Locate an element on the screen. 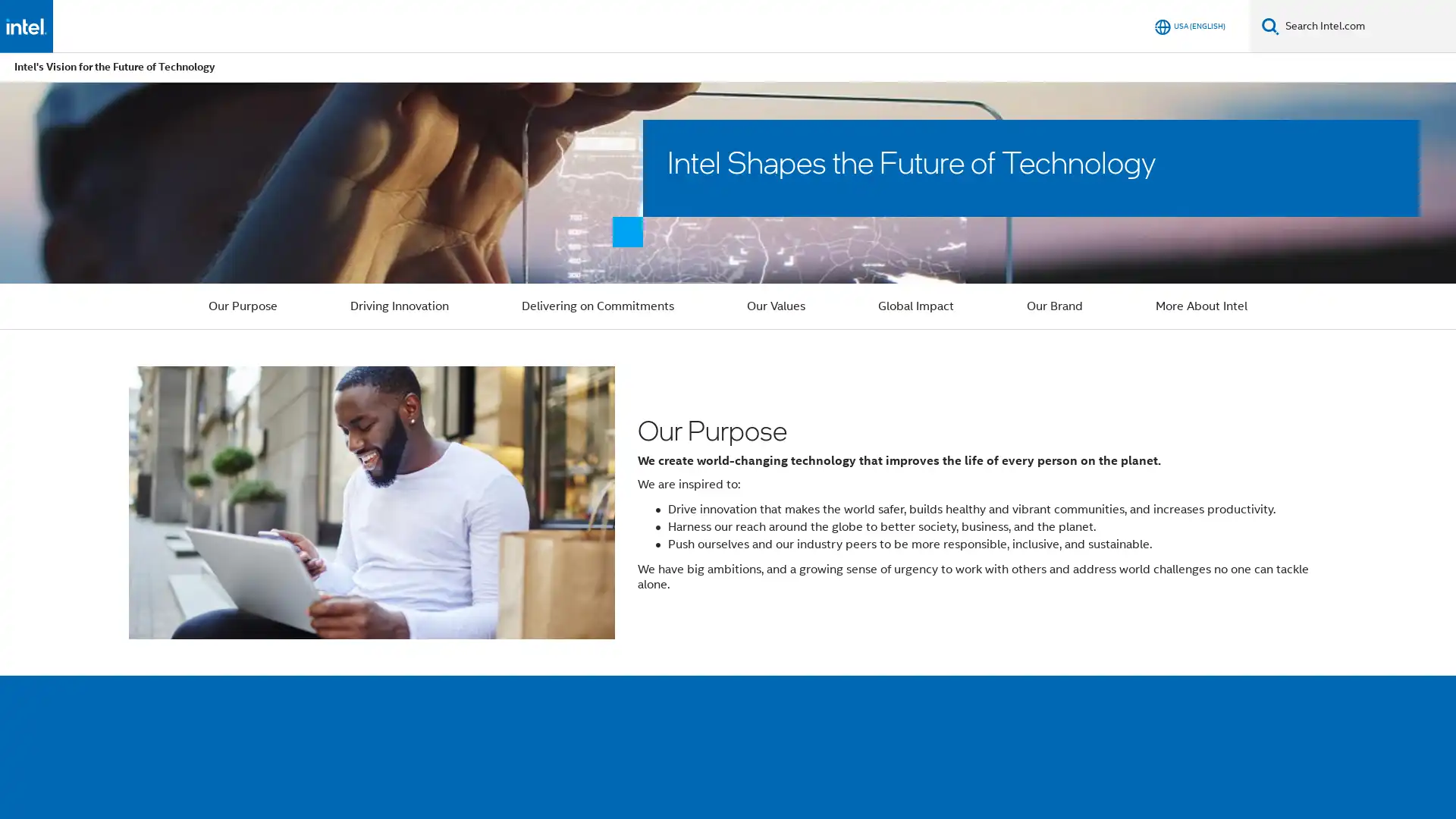 The width and height of the screenshot is (1456, 819). Search is located at coordinates (1270, 26).